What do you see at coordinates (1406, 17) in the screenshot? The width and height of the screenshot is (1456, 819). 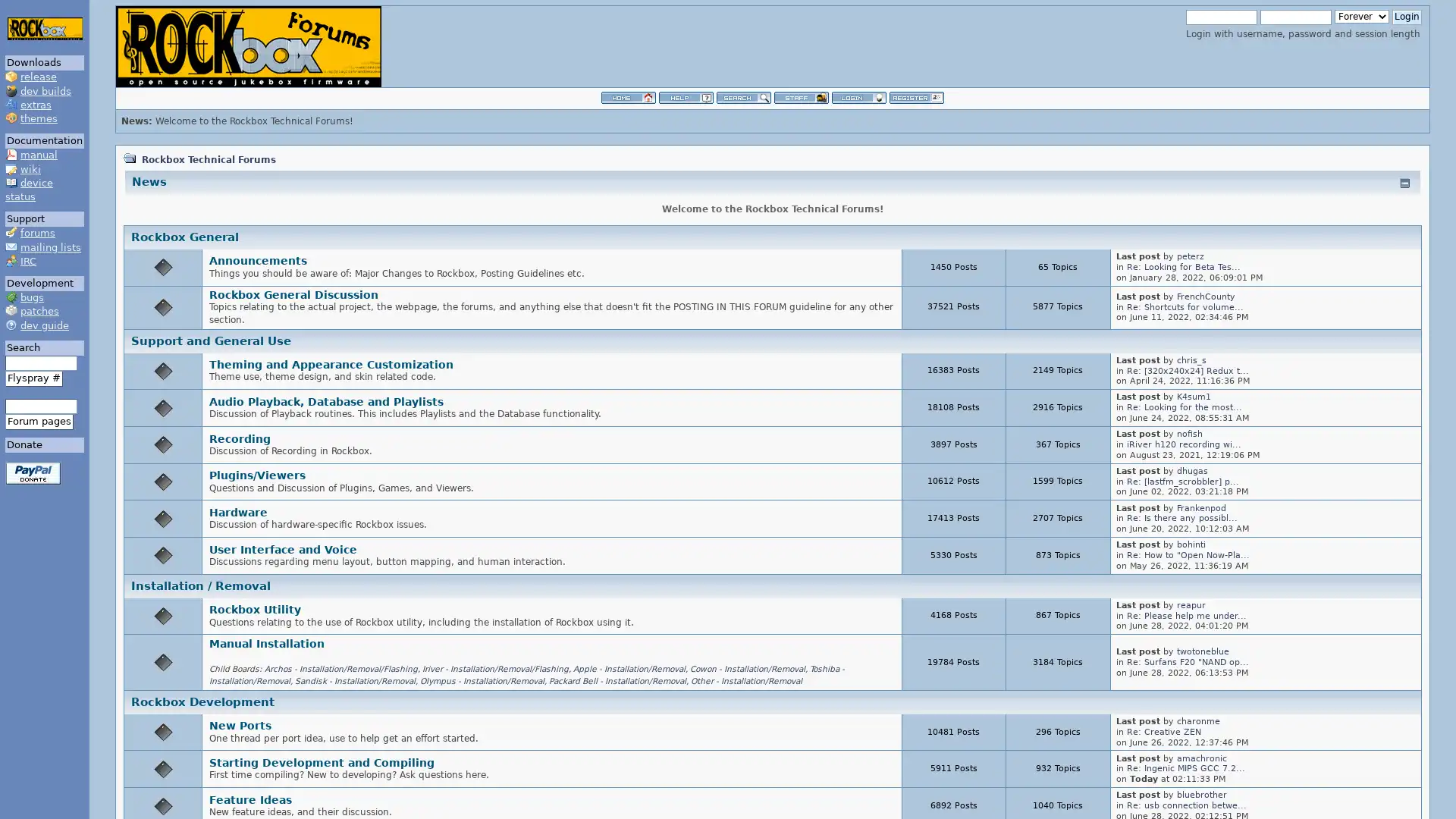 I see `Login` at bounding box center [1406, 17].